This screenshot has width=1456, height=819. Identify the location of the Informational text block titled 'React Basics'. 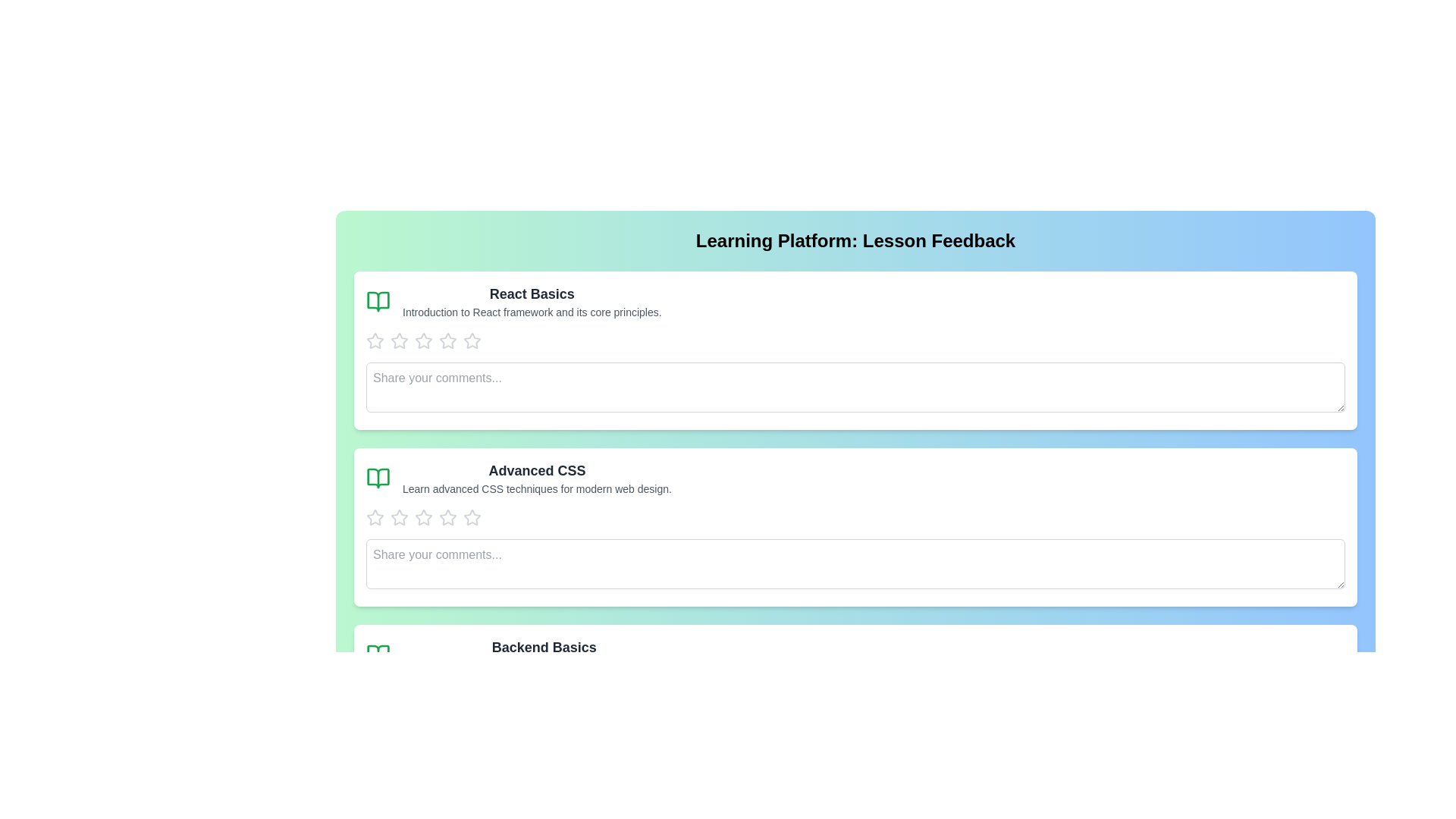
(532, 301).